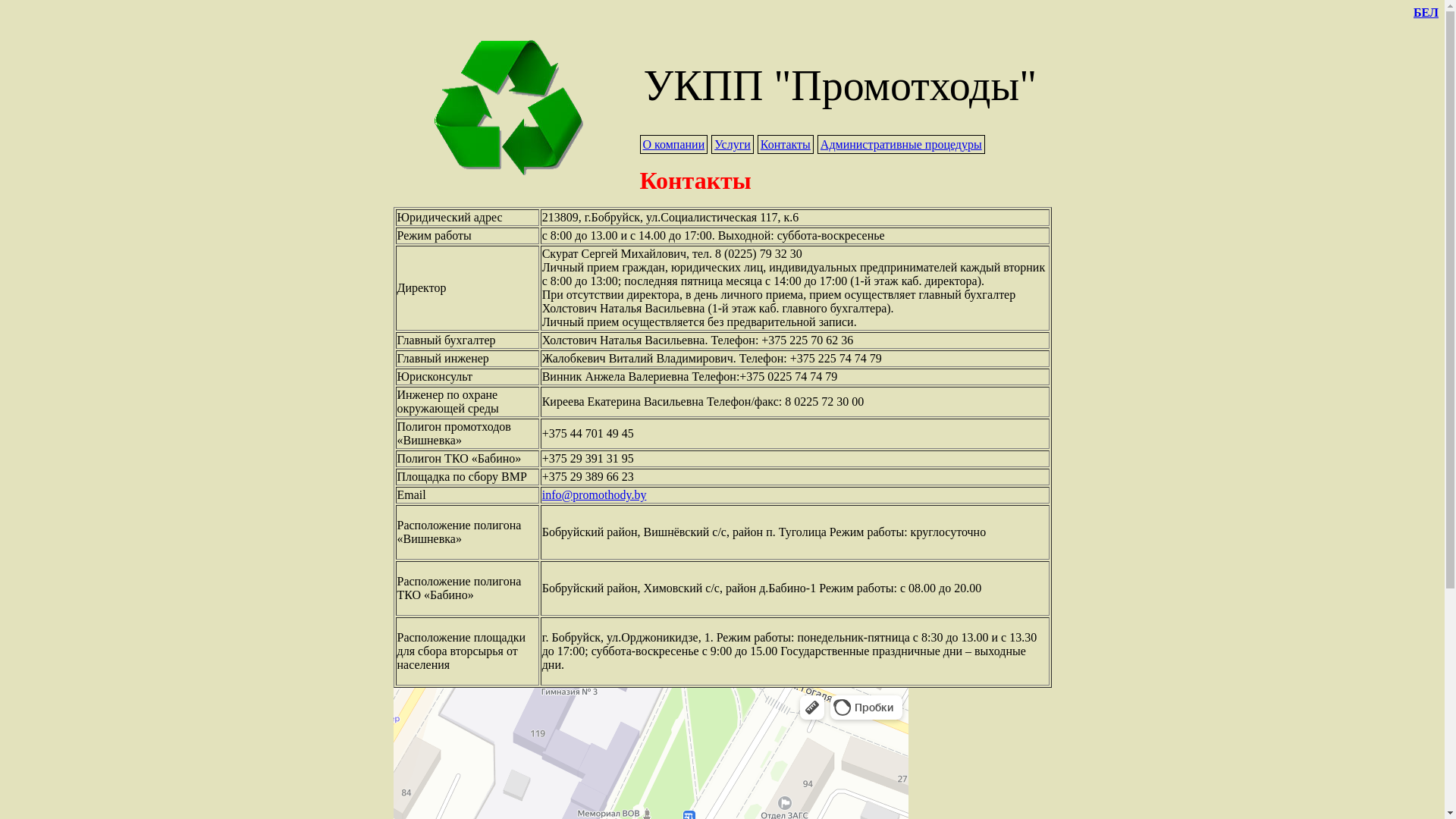 The height and width of the screenshot is (819, 1456). What do you see at coordinates (542, 494) in the screenshot?
I see `'info@promothody.by'` at bounding box center [542, 494].